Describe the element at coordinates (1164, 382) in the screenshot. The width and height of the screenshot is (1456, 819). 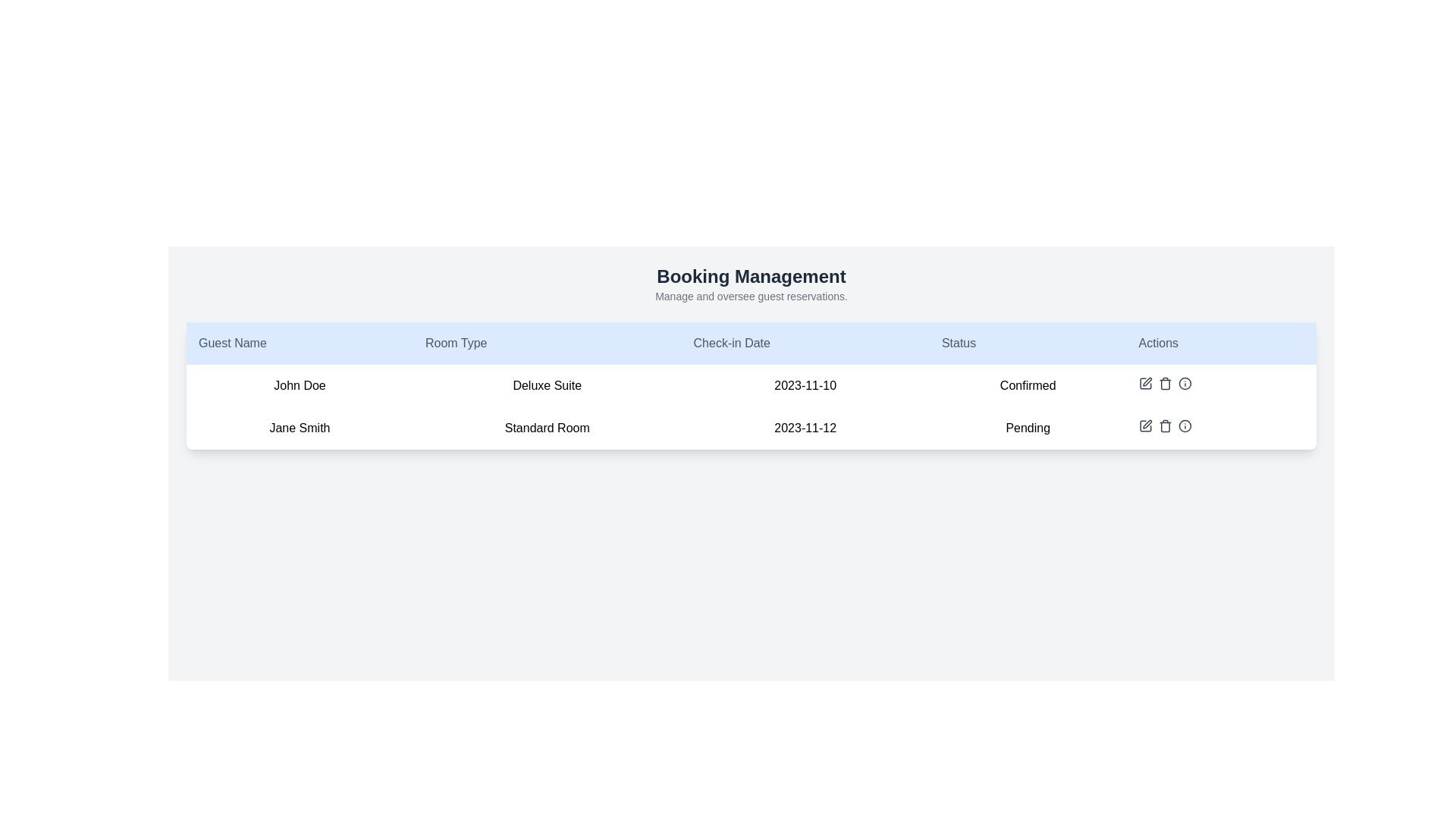
I see `the delete icon button located under the 'Actions' column next to the 'Confirmed' status` at that location.